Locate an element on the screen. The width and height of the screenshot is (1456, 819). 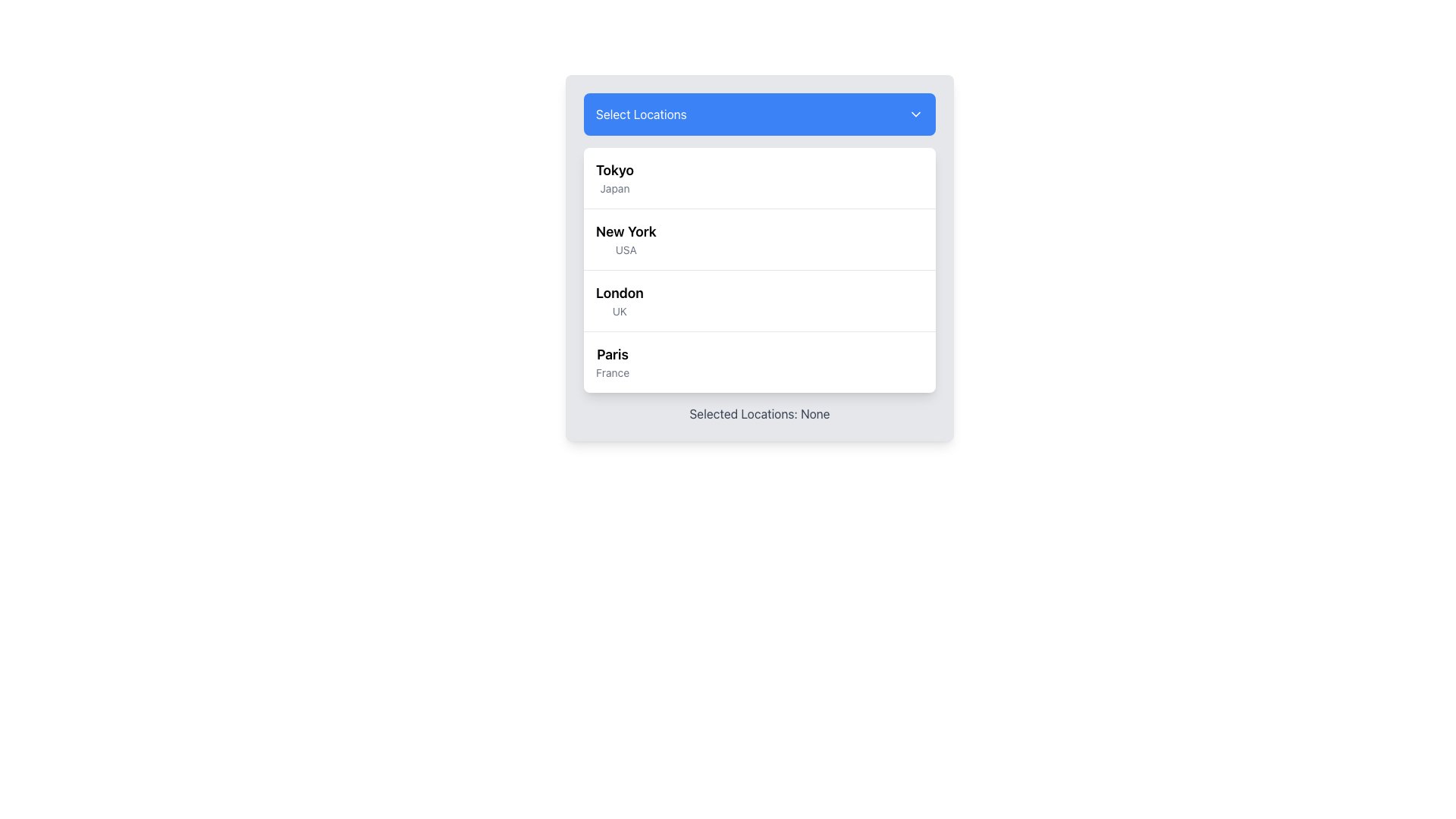
the second list item in the 'Select Locations' dropdown list, which displays 'USA' in a smaller gray font, positioned below 'Tokyo, Japan' and above 'London, UK' is located at coordinates (626, 239).